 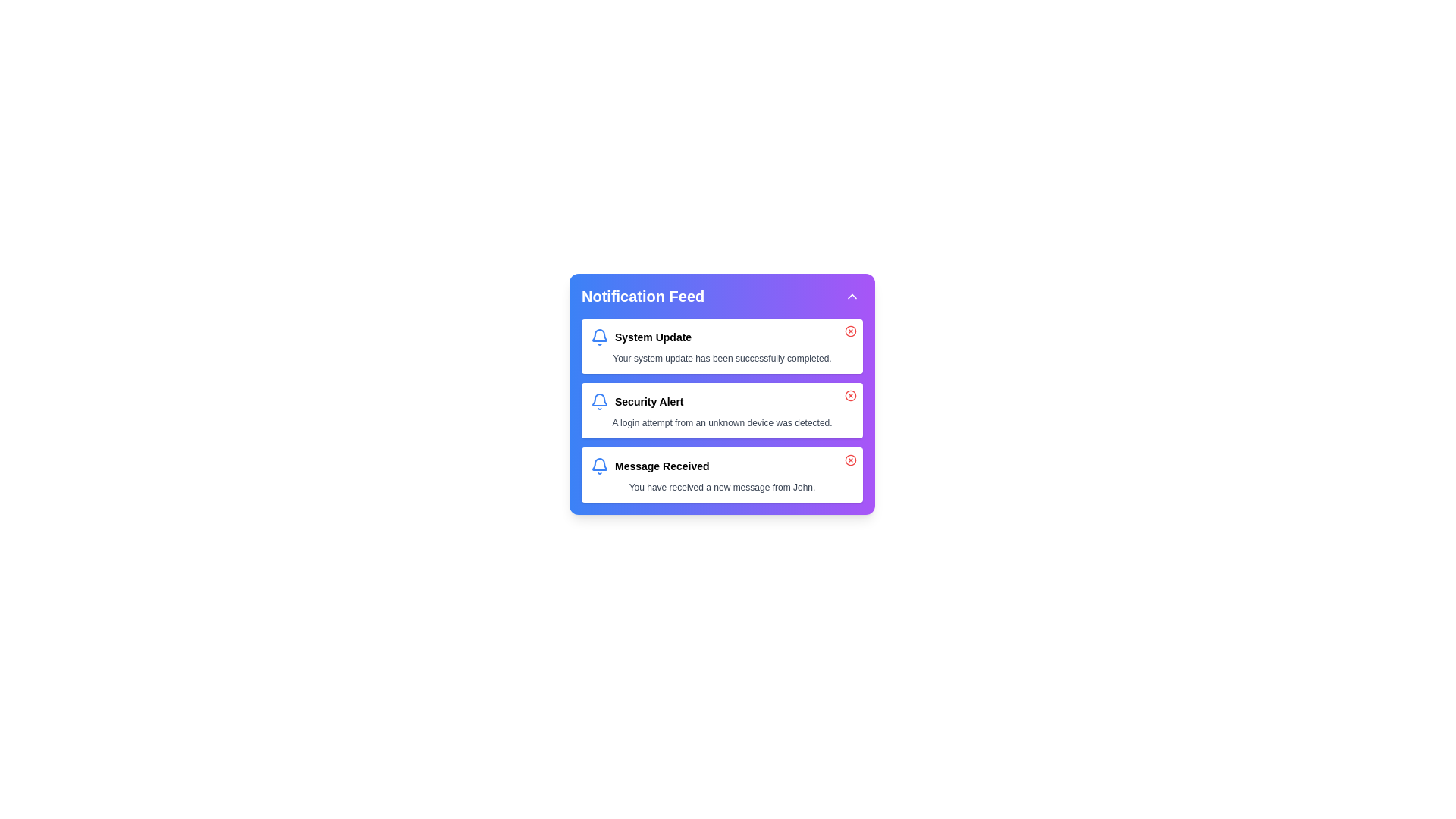 What do you see at coordinates (721, 394) in the screenshot?
I see `the 'Security Alert' notification card` at bounding box center [721, 394].